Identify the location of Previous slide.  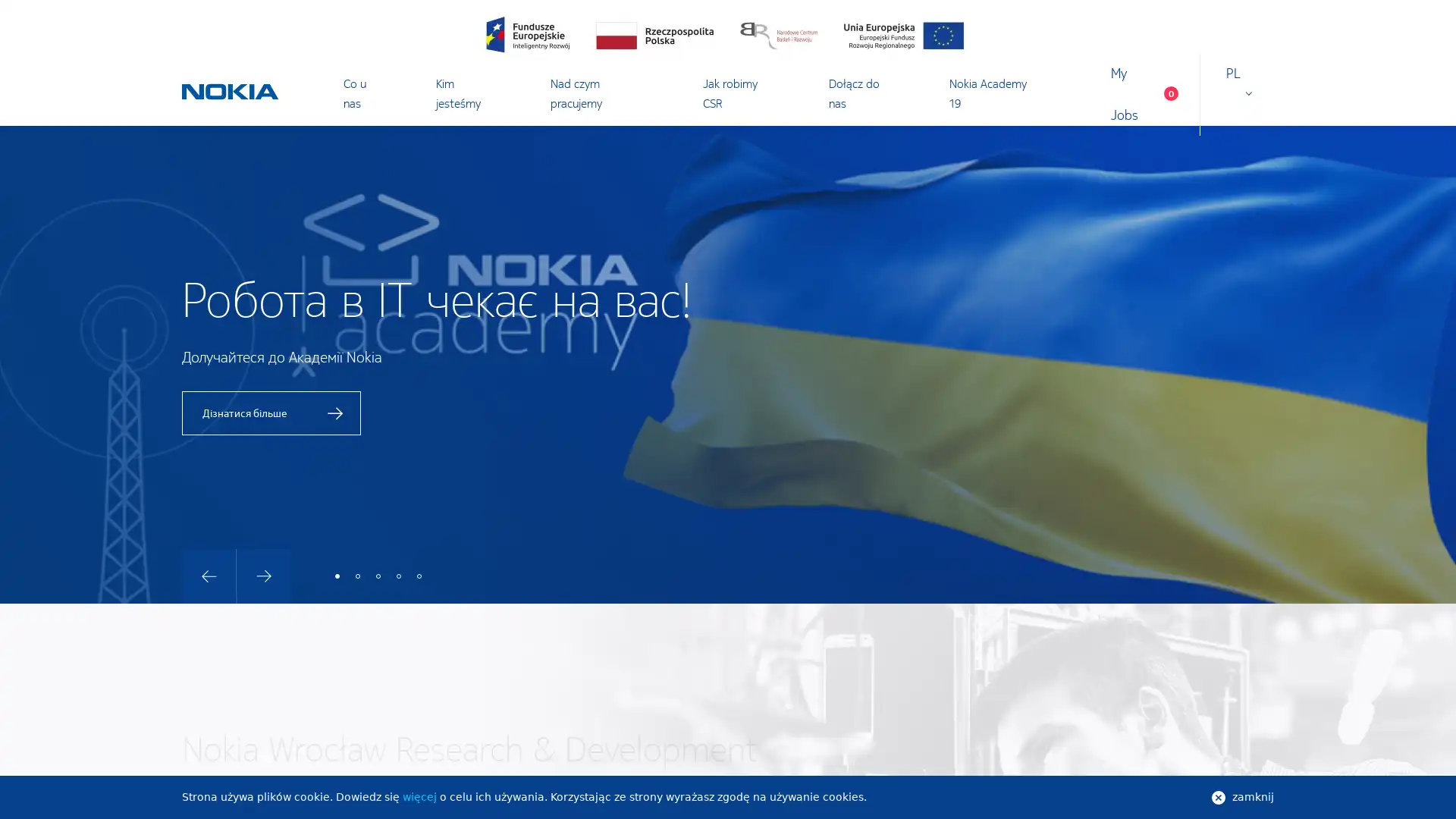
(208, 576).